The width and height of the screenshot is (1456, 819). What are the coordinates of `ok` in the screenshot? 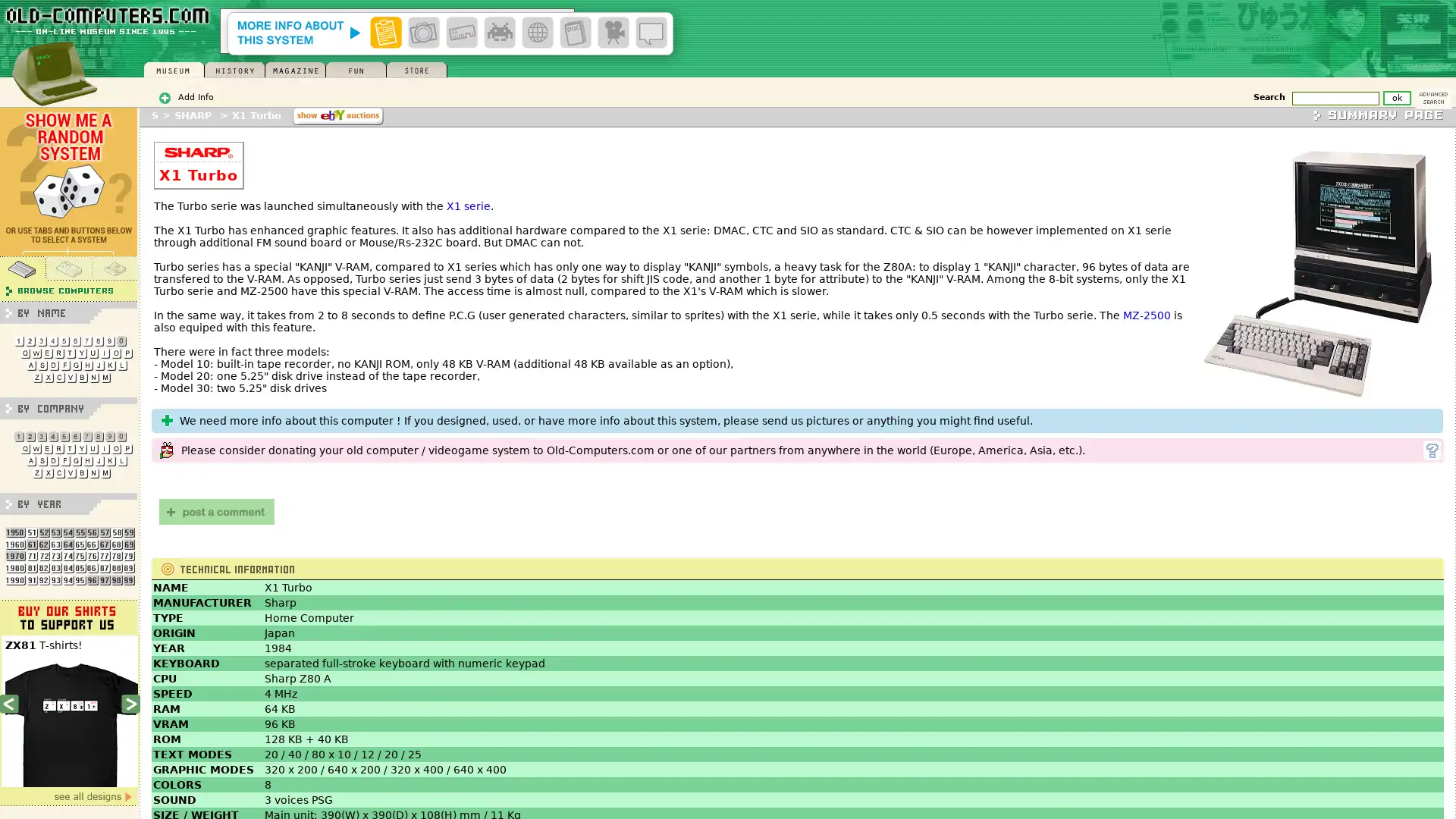 It's located at (1396, 97).